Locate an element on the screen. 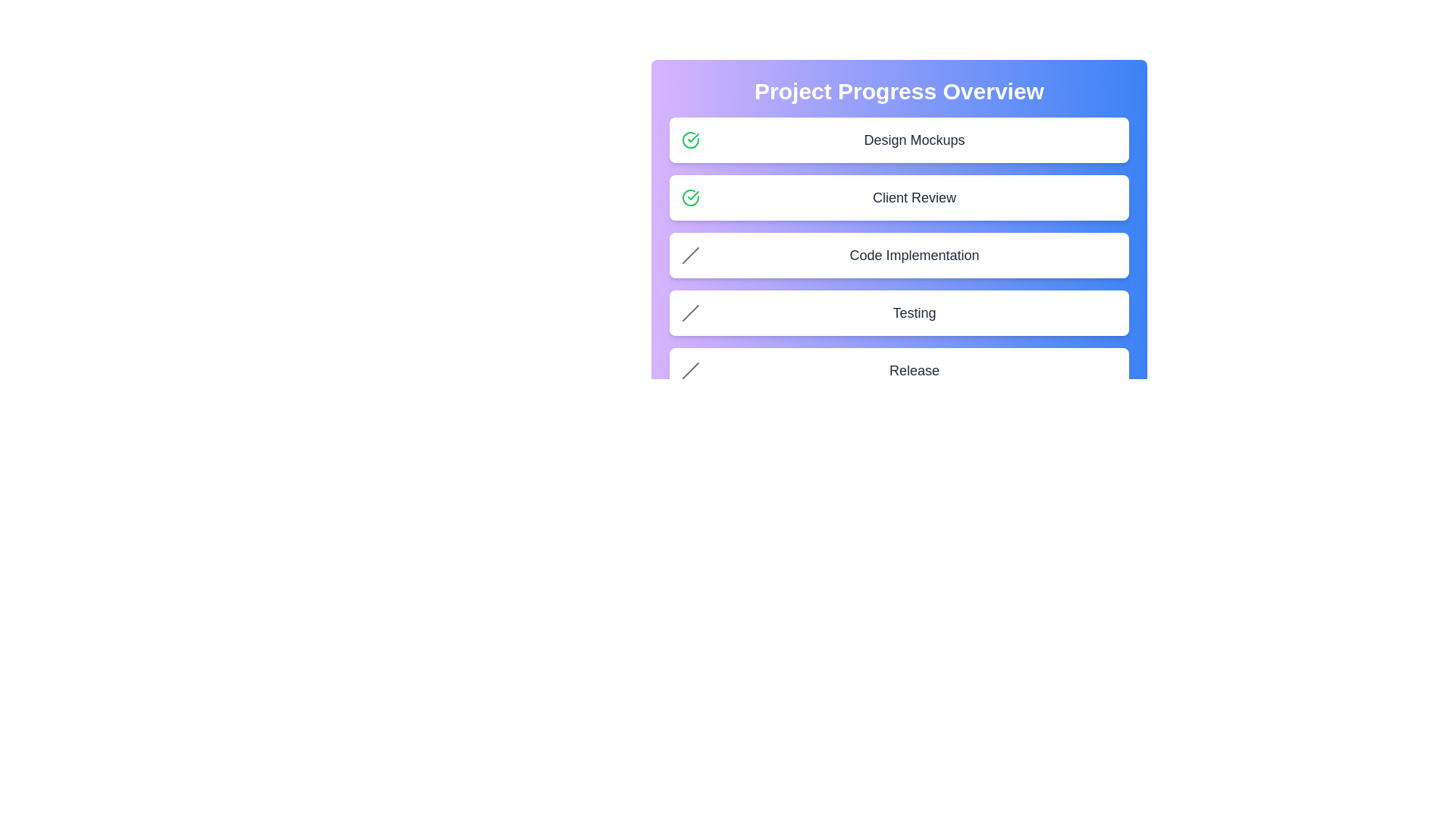 The height and width of the screenshot is (819, 1456). properties of the decorative 'completed' or 'checked' status vector graphic element within the 'Client Review' task icon, located in the second item of the task list in the 'Project Progress Overview' interface is located at coordinates (690, 197).